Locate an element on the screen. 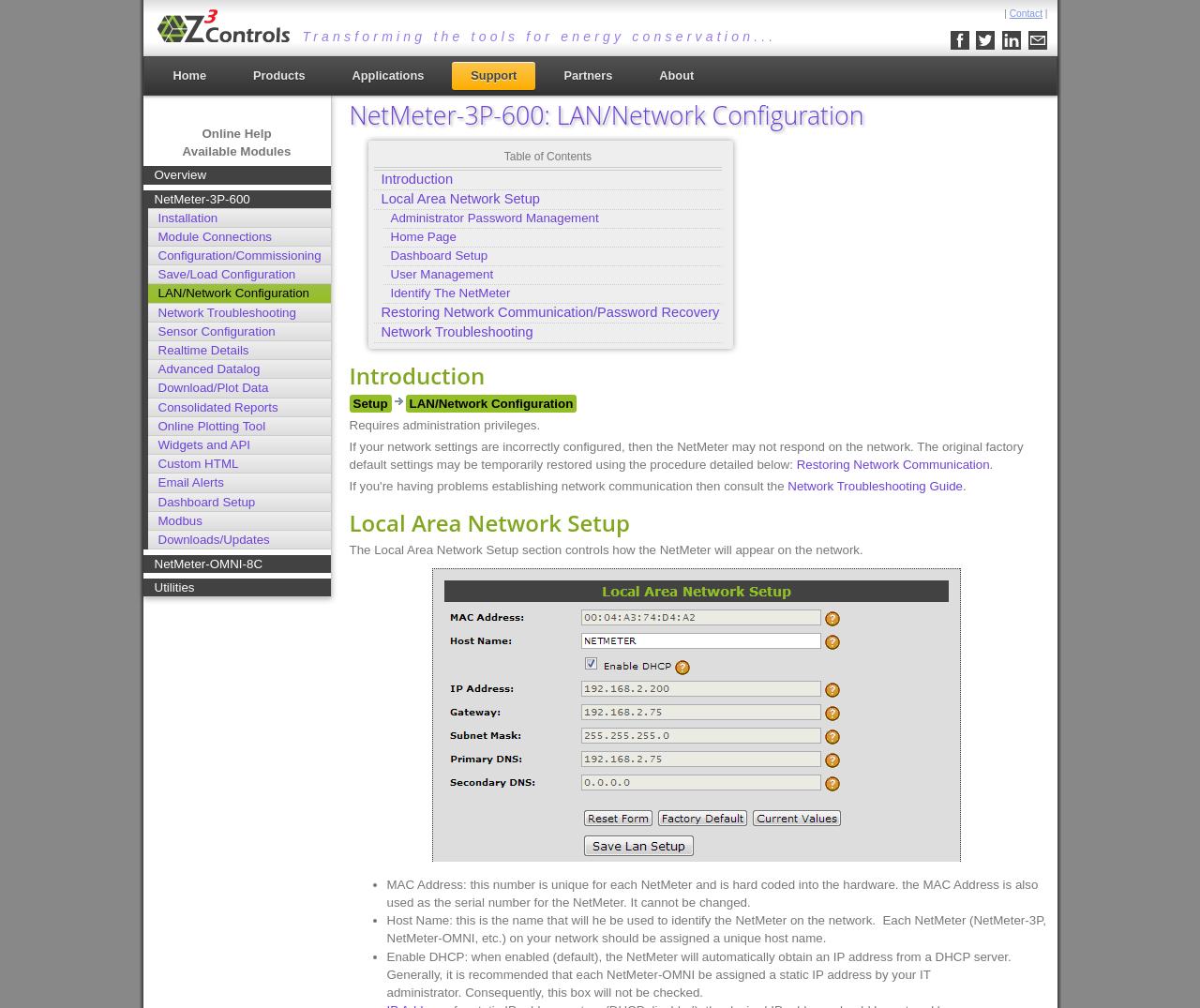  'Restoring Network Communication/Password Recovery' is located at coordinates (380, 309).